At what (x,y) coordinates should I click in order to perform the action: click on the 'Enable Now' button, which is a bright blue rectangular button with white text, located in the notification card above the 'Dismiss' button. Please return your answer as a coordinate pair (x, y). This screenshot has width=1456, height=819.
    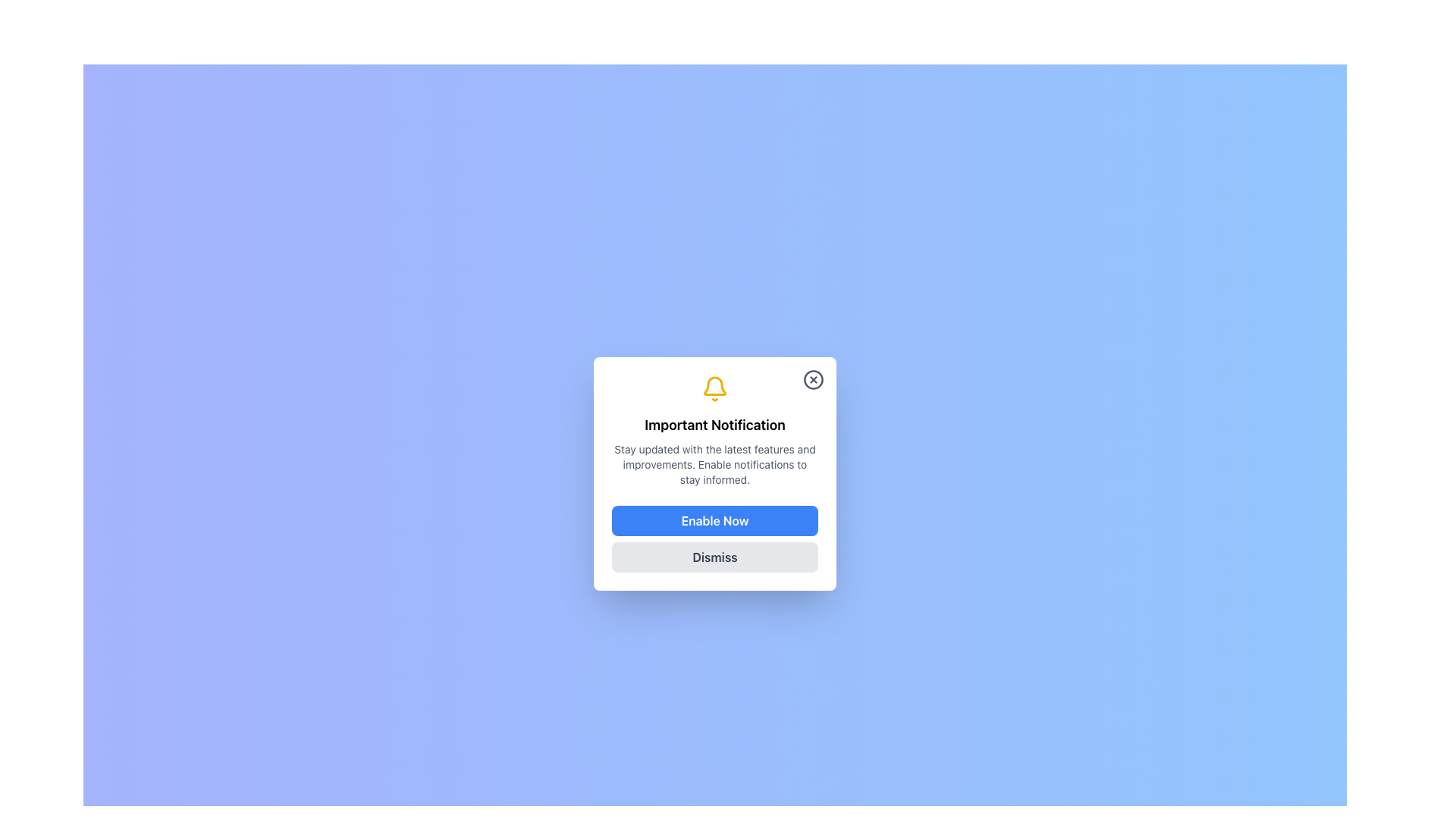
    Looking at the image, I should click on (714, 519).